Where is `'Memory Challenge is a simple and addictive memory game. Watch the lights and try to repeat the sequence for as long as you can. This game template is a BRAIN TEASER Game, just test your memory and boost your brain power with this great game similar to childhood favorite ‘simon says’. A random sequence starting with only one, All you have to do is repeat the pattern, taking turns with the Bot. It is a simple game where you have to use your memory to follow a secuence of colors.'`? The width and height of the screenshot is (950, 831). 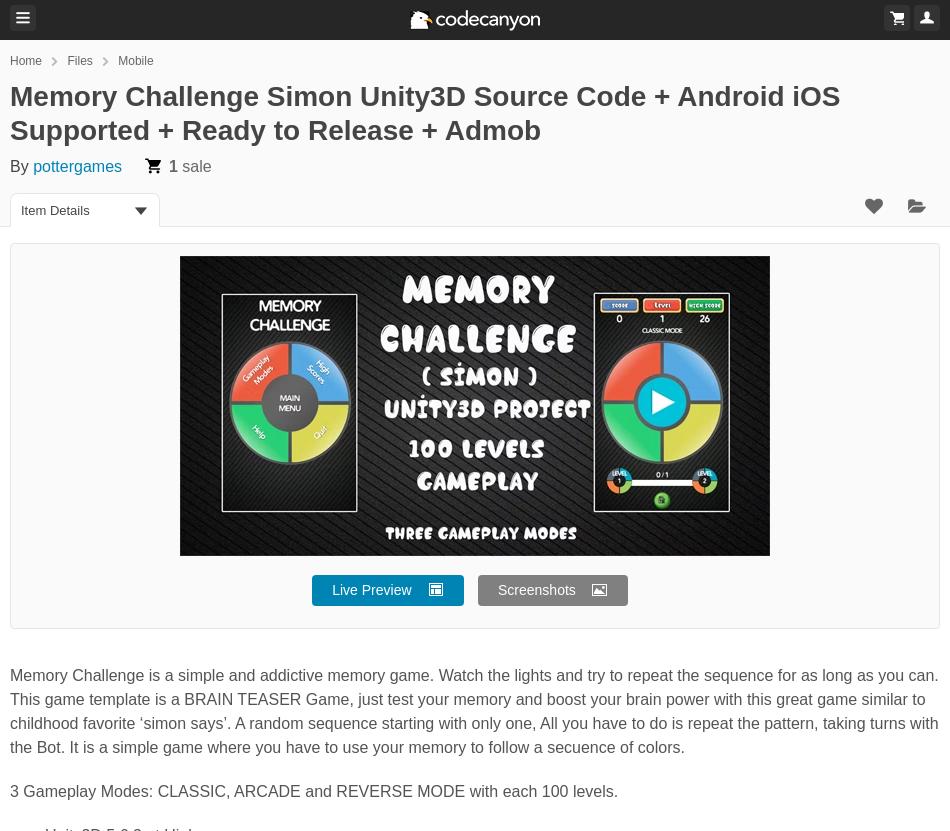 'Memory Challenge is a simple and addictive memory game. Watch the lights and try to repeat the sequence for as long as you can. This game template is a BRAIN TEASER Game, just test your memory and boost your brain power with this great game similar to childhood favorite ‘simon says’. A random sequence starting with only one, All you have to do is repeat the pattern, taking turns with the Bot. It is a simple game where you have to use your memory to follow a secuence of colors.' is located at coordinates (472, 710).